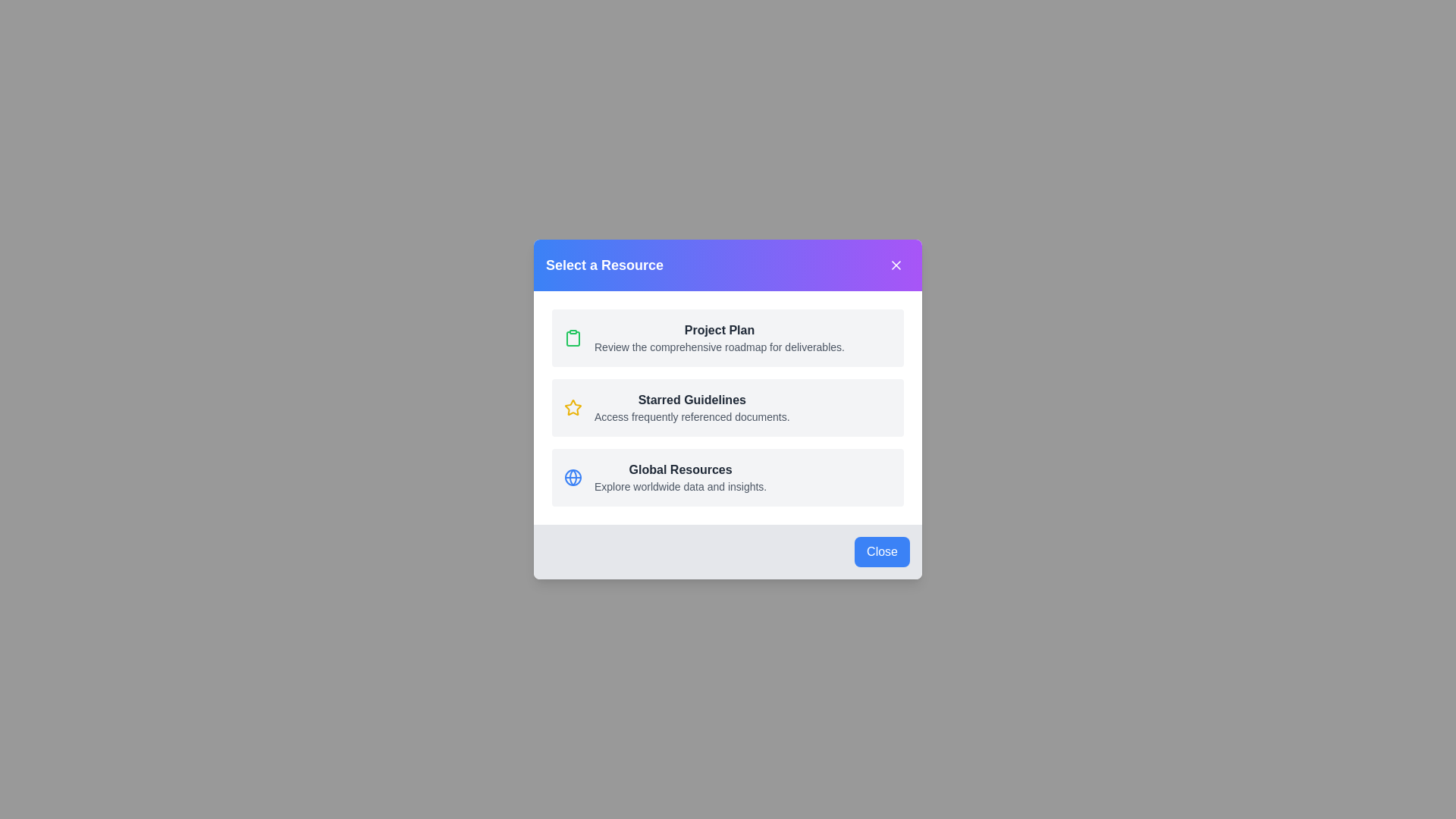  What do you see at coordinates (572, 337) in the screenshot?
I see `the icon for Project Plan` at bounding box center [572, 337].